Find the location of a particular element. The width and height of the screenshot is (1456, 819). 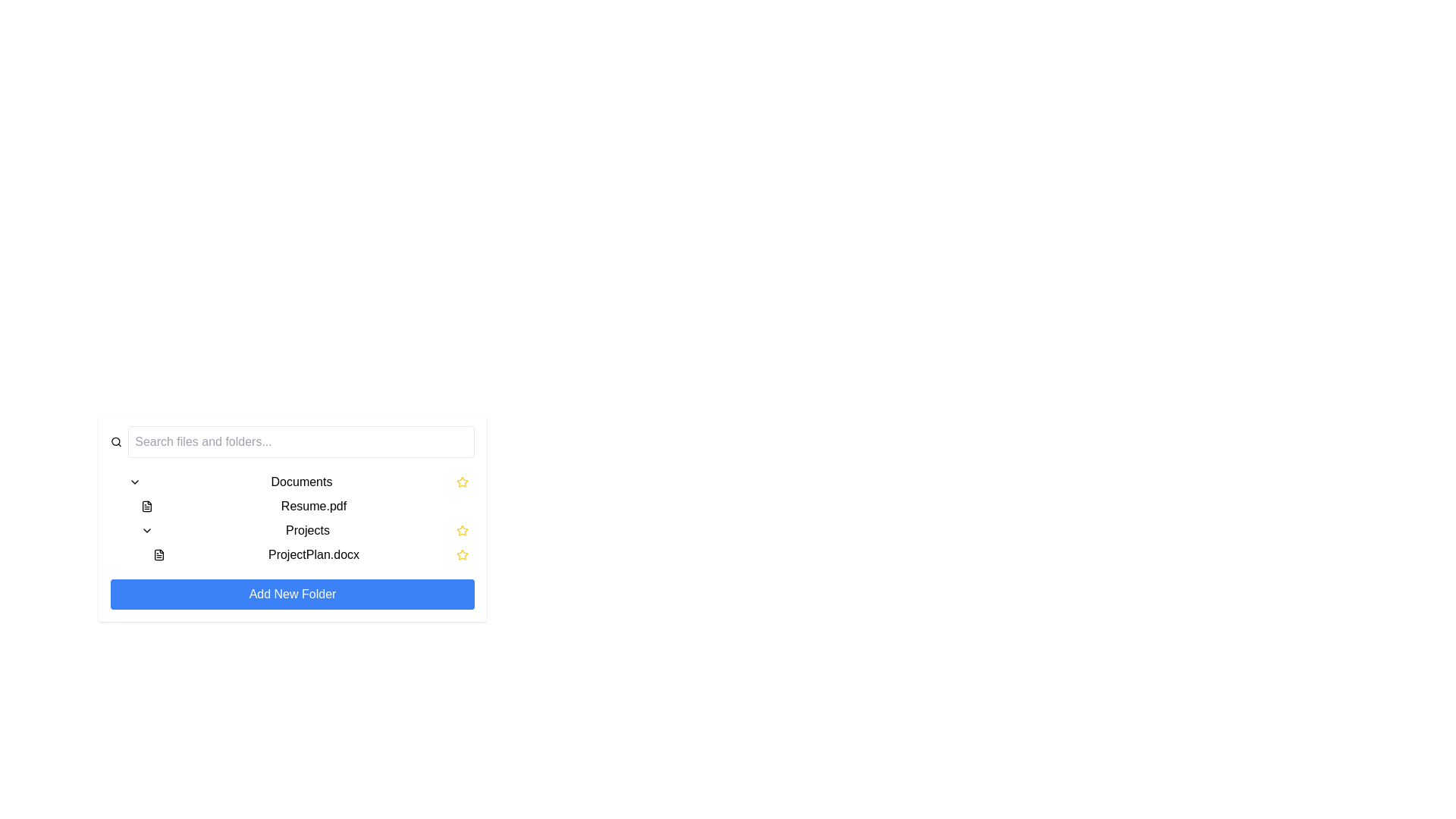

the file list item labeled 'ProjectPlan.docx' is located at coordinates (309, 555).